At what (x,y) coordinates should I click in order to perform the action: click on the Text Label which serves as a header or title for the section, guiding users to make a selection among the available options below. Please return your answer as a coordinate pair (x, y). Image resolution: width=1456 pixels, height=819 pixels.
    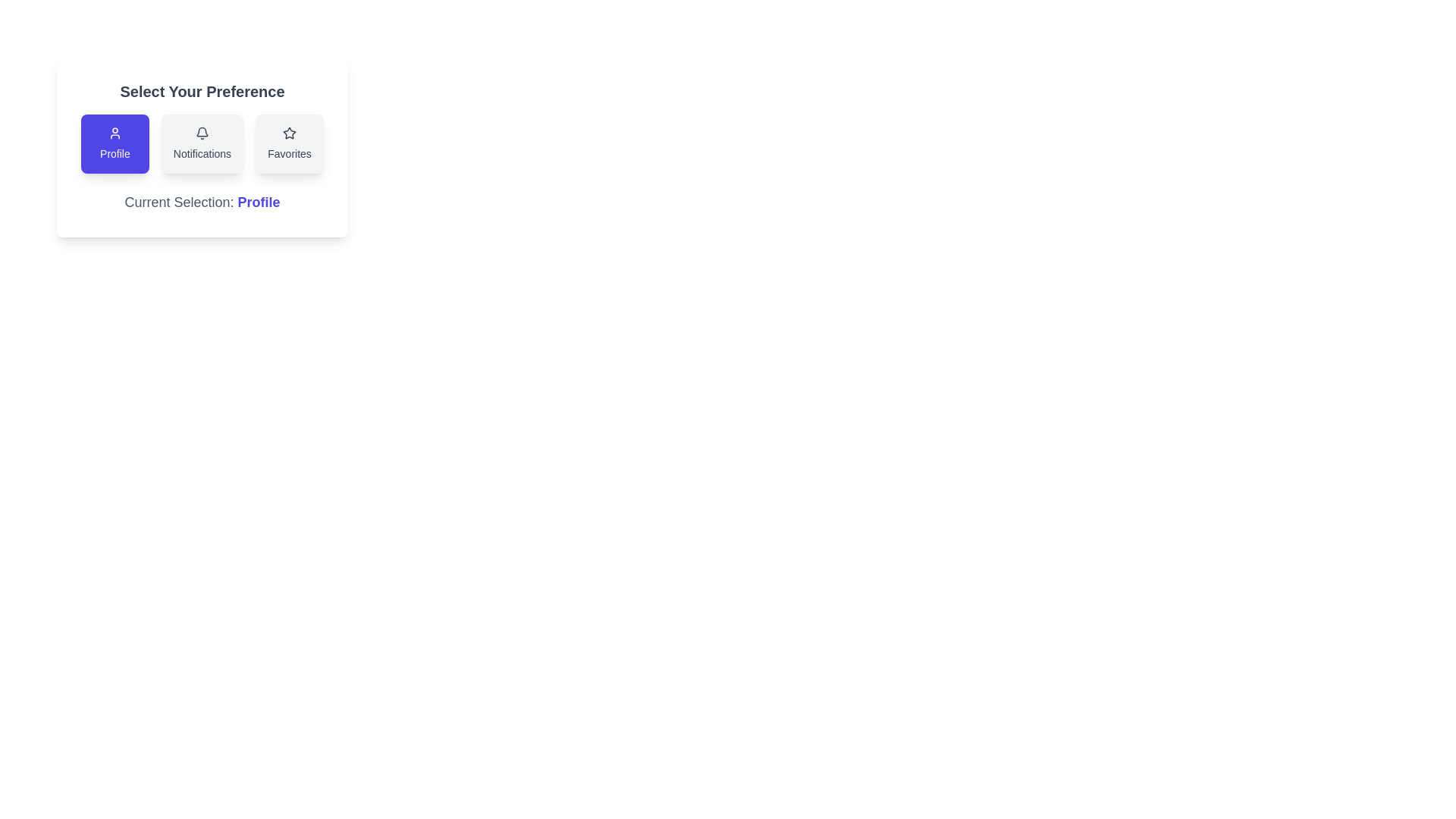
    Looking at the image, I should click on (202, 91).